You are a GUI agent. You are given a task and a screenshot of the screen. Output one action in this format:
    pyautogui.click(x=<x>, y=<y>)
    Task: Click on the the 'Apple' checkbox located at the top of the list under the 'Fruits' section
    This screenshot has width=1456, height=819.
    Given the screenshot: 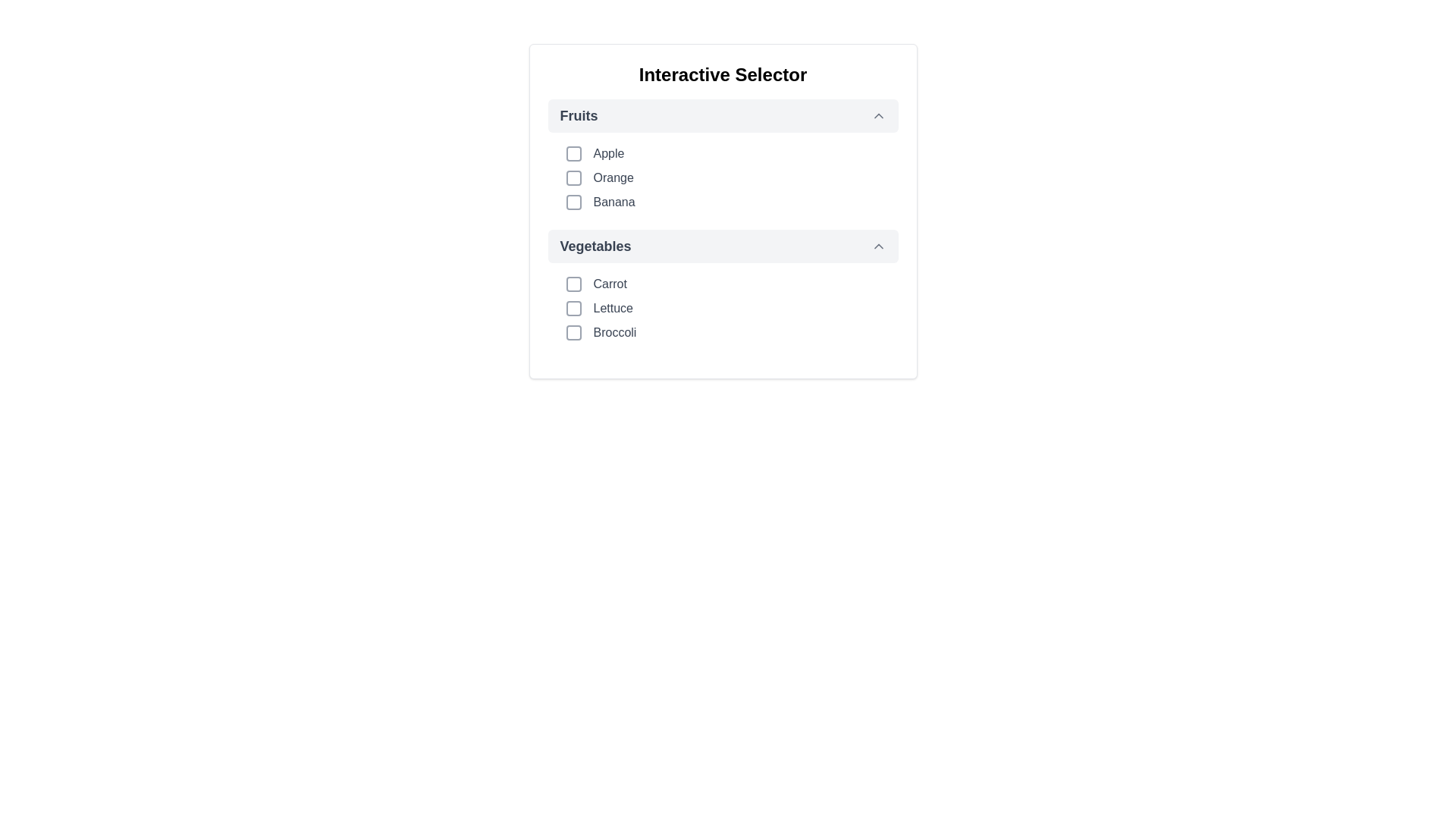 What is the action you would take?
    pyautogui.click(x=732, y=154)
    